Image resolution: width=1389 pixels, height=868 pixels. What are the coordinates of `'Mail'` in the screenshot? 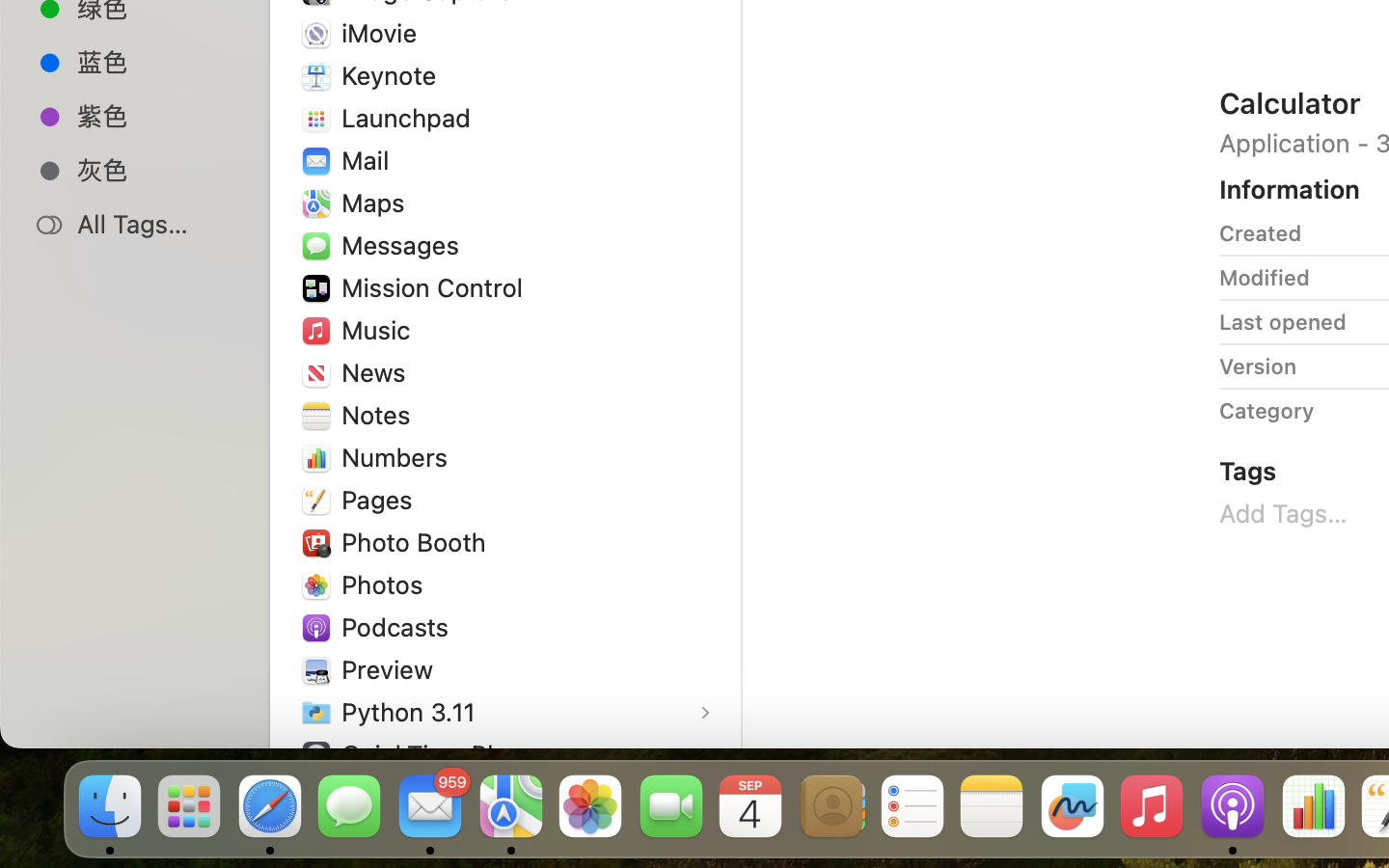 It's located at (368, 159).